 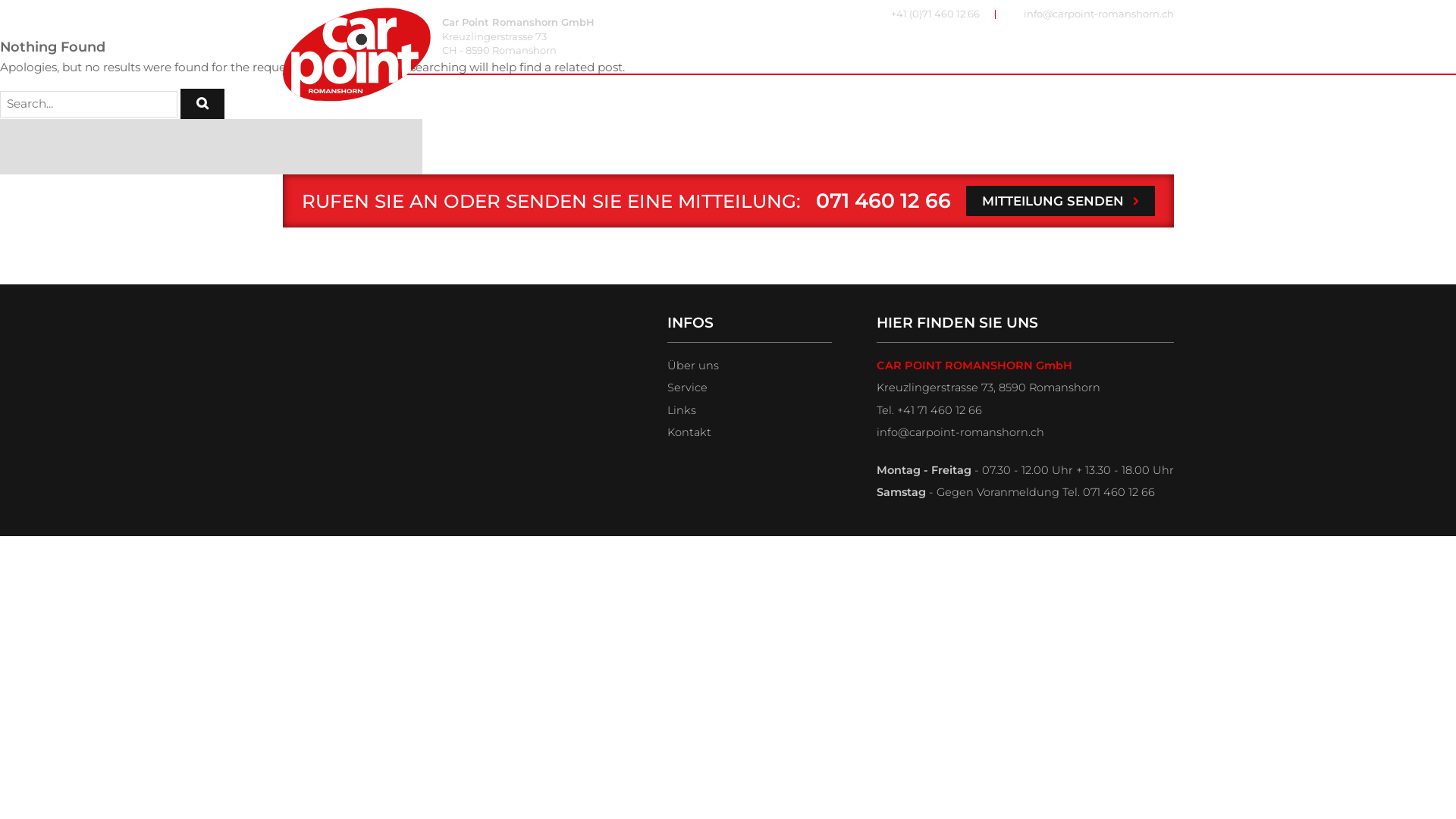 What do you see at coordinates (667, 432) in the screenshot?
I see `'Kontakt'` at bounding box center [667, 432].